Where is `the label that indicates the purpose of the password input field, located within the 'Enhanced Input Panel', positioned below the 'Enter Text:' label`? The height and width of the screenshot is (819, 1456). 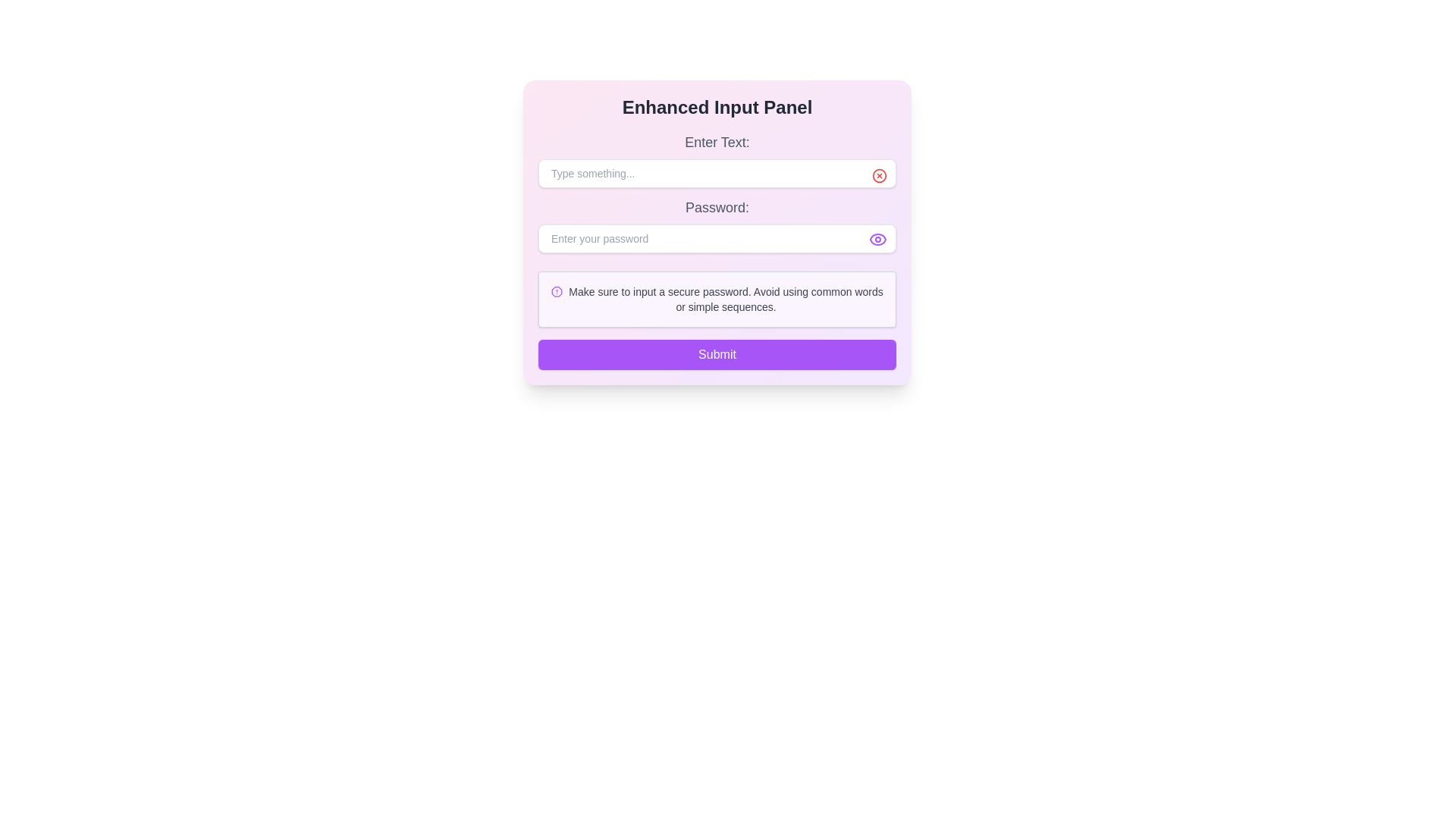 the label that indicates the purpose of the password input field, located within the 'Enhanced Input Panel', positioned below the 'Enter Text:' label is located at coordinates (716, 207).